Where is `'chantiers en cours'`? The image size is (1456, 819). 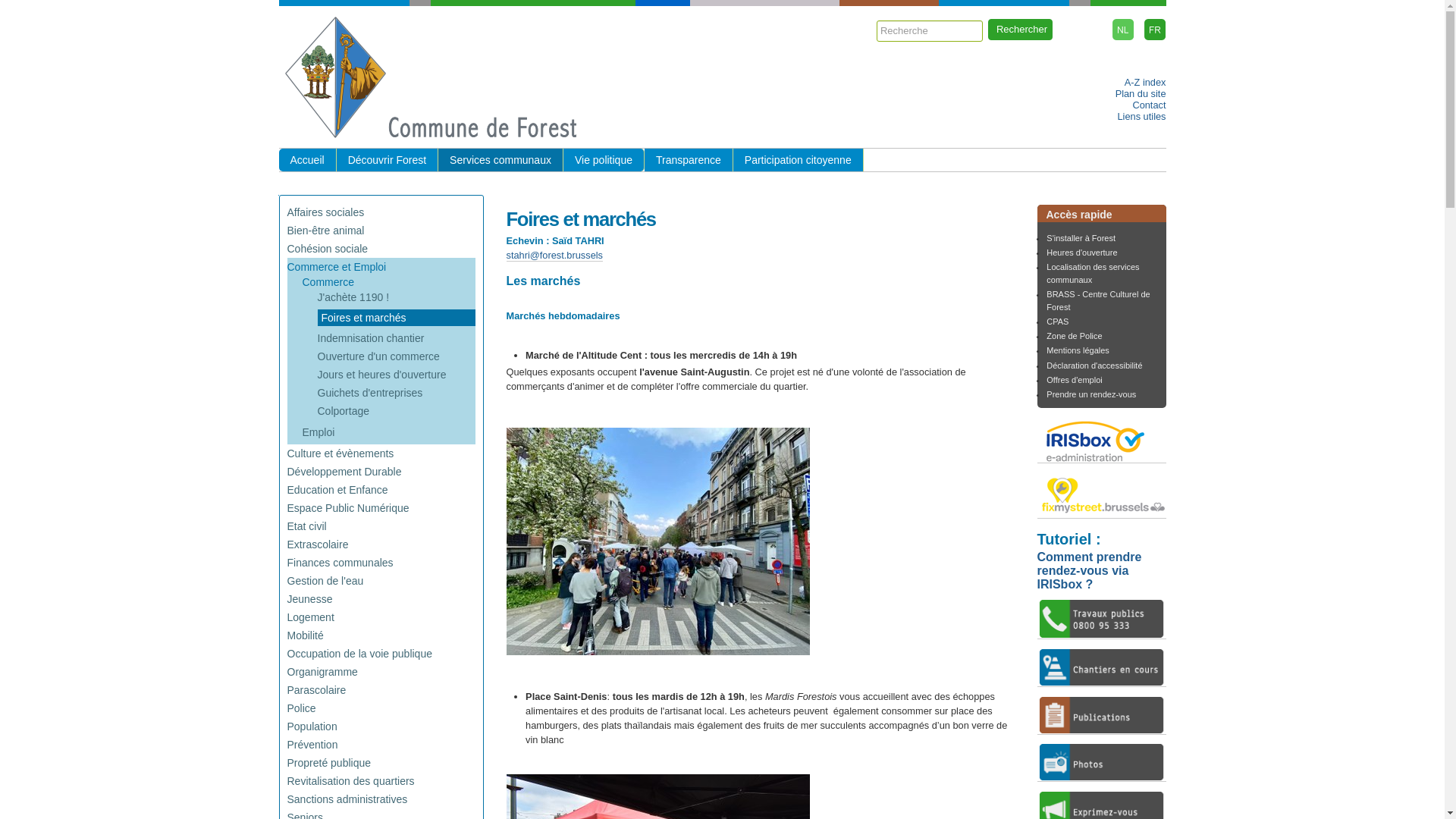 'chantiers en cours' is located at coordinates (1037, 666).